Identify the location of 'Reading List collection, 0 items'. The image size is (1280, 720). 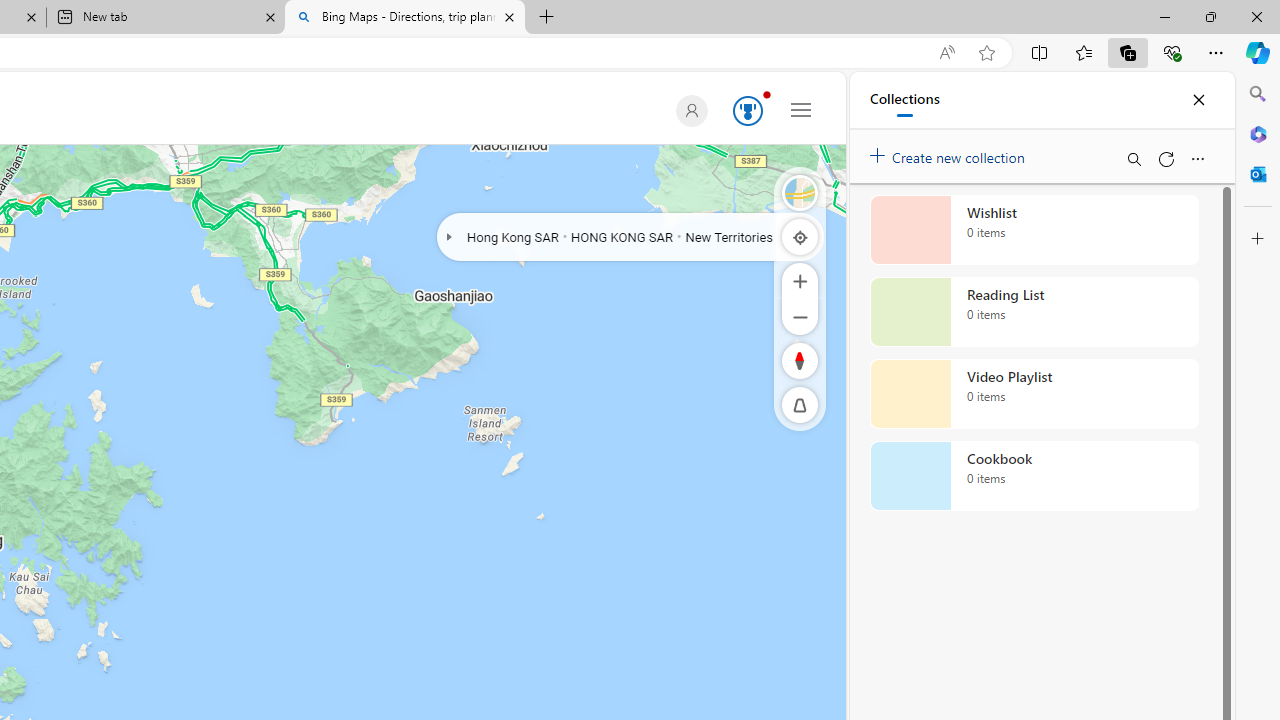
(1034, 312).